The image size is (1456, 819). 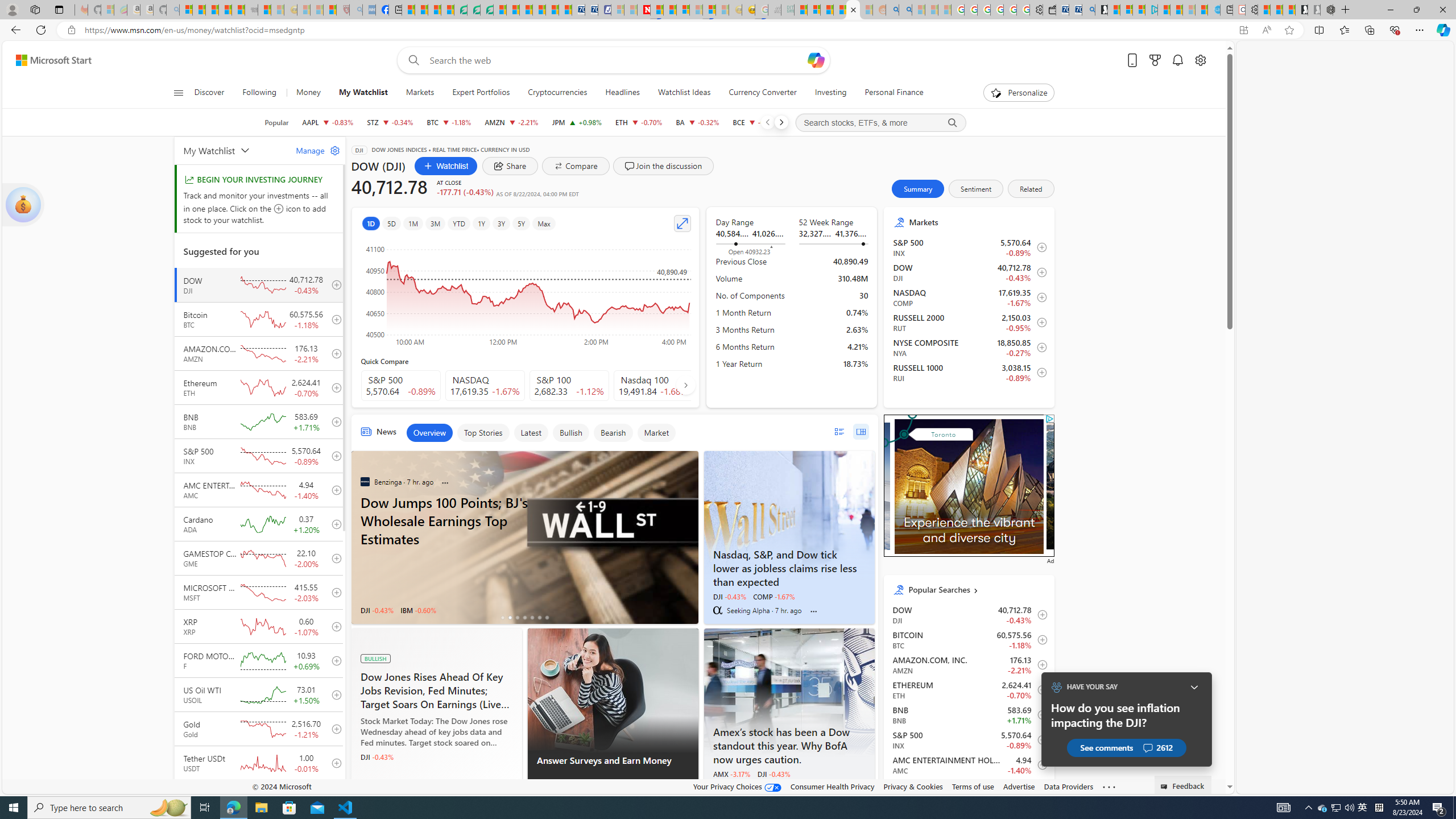 I want to click on '1D', so click(x=370, y=223).